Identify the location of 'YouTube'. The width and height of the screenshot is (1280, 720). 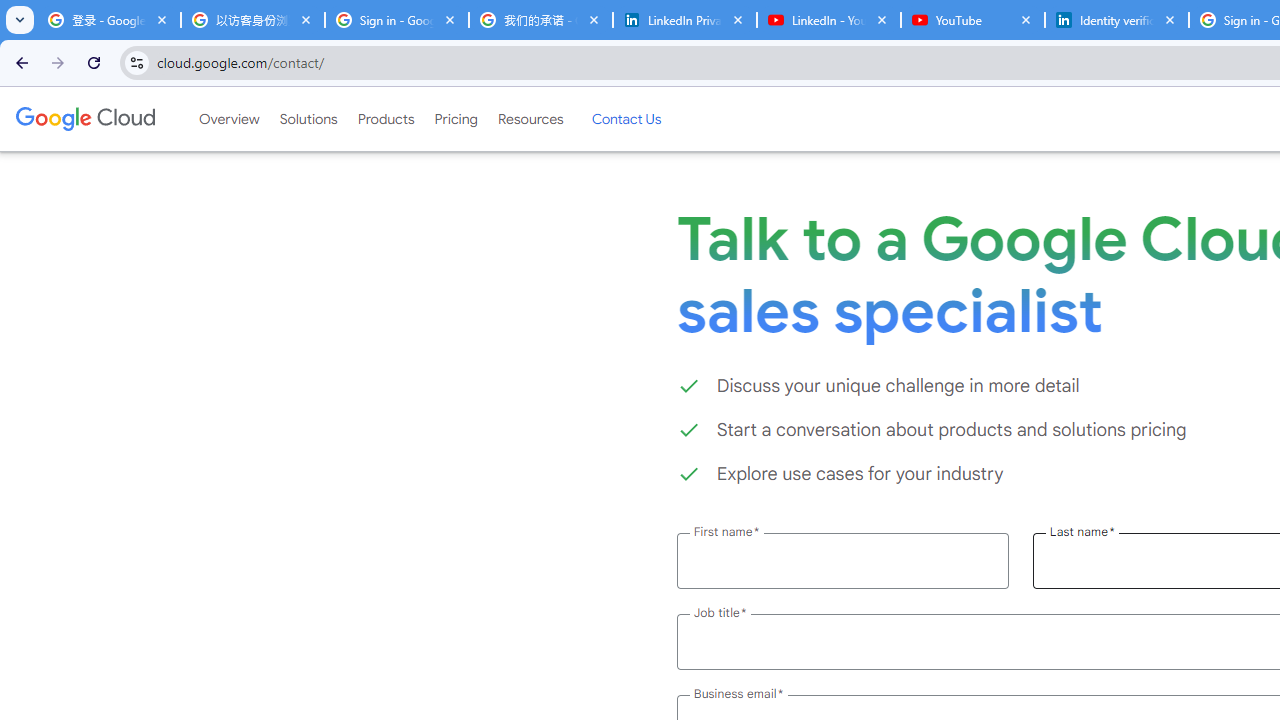
(972, 20).